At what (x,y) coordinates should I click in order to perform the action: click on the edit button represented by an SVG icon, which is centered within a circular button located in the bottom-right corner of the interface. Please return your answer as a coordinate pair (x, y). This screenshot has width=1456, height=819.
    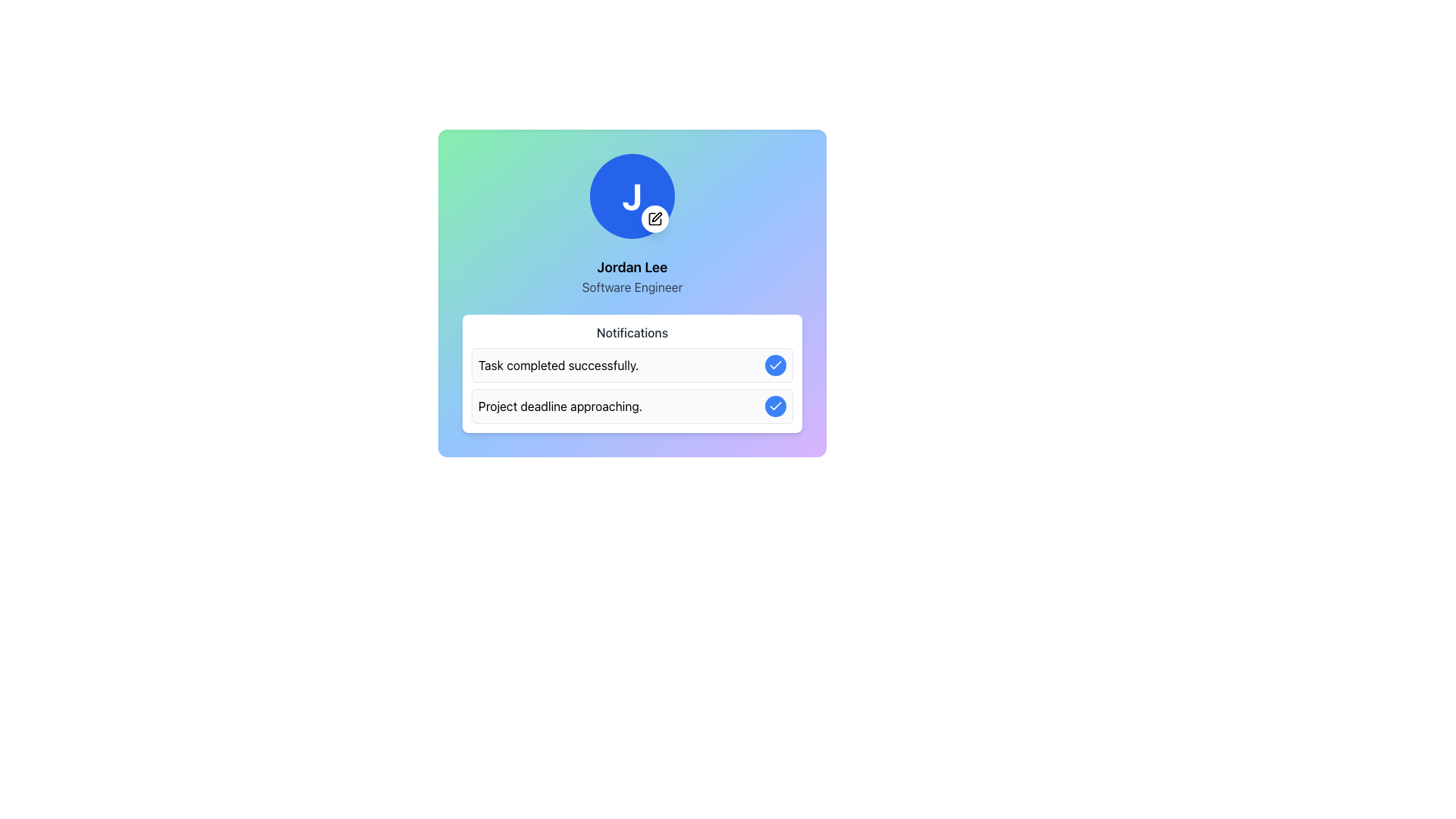
    Looking at the image, I should click on (655, 219).